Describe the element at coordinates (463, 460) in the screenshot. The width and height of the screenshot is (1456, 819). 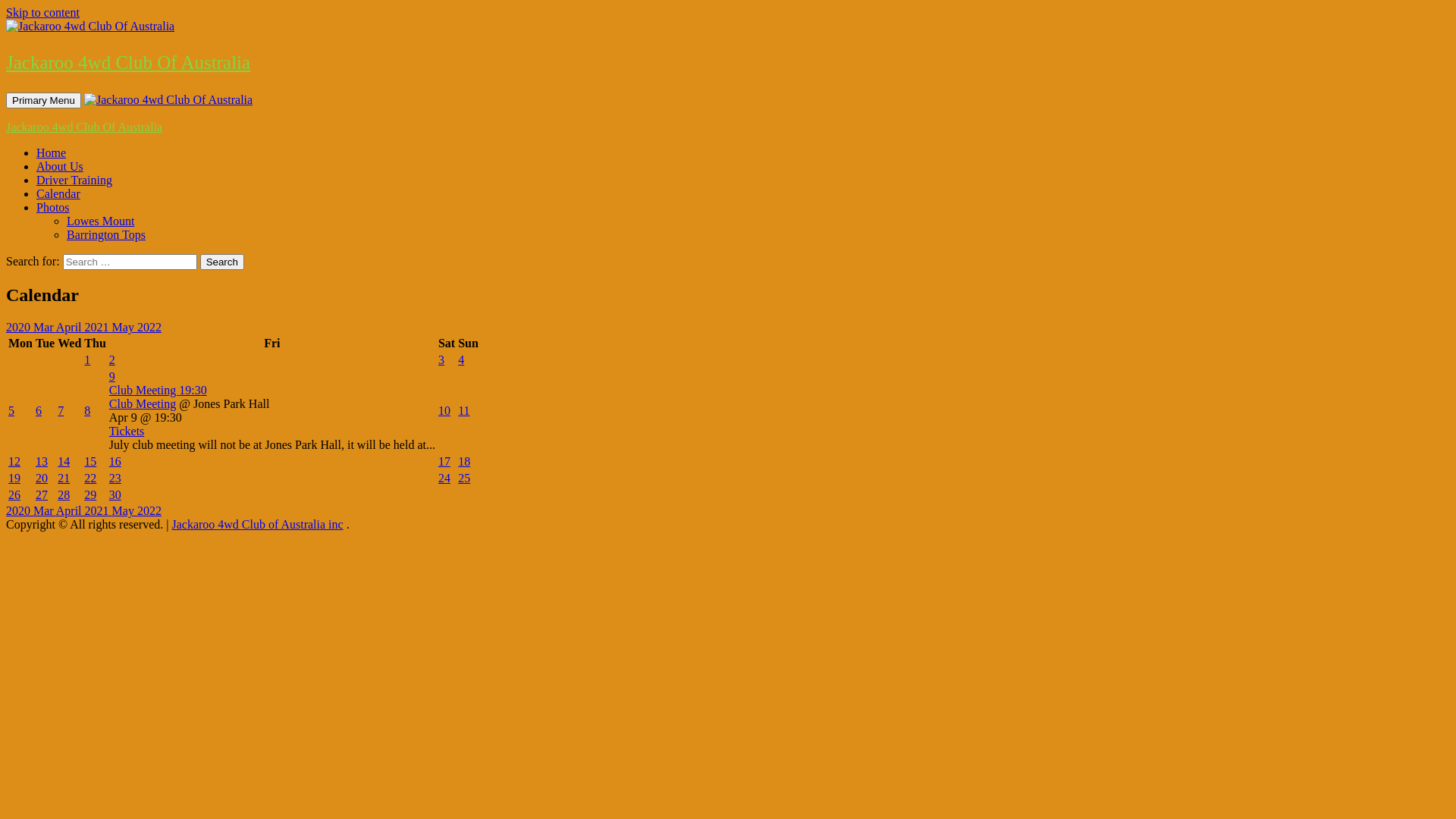
I see `'18'` at that location.